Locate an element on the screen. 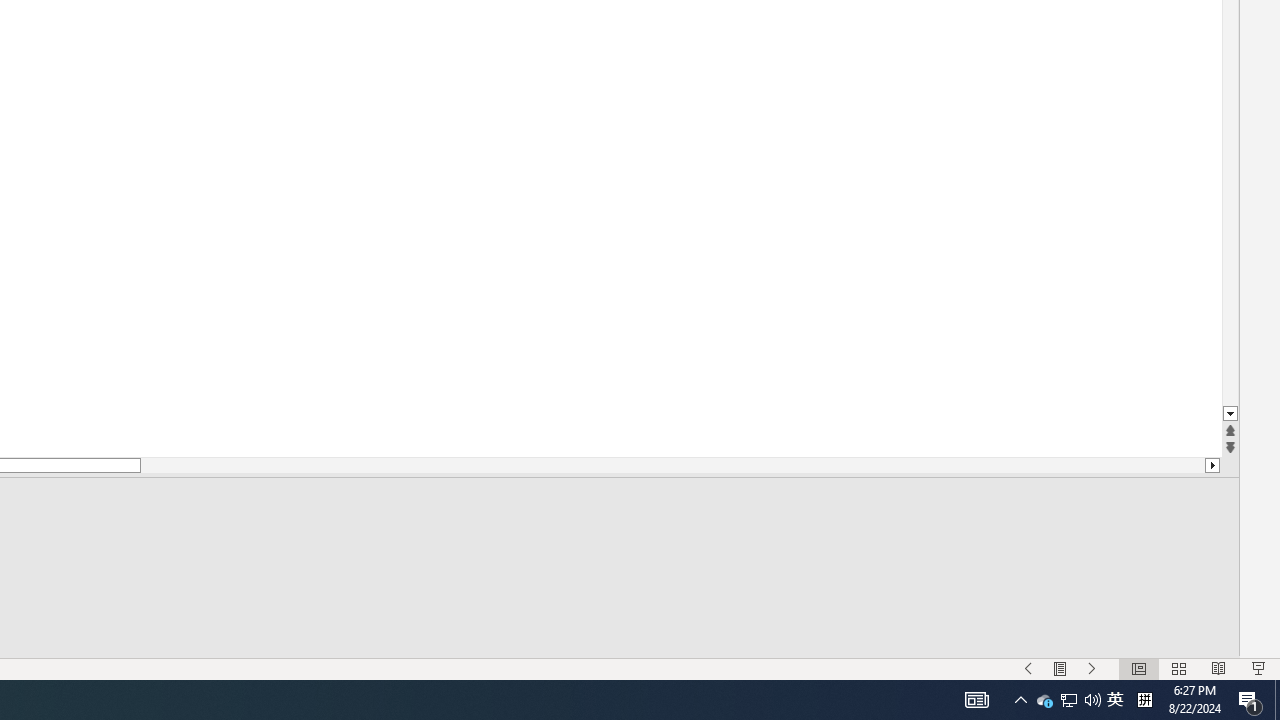 The width and height of the screenshot is (1280, 720). 'Slide Show Previous On' is located at coordinates (1028, 669).